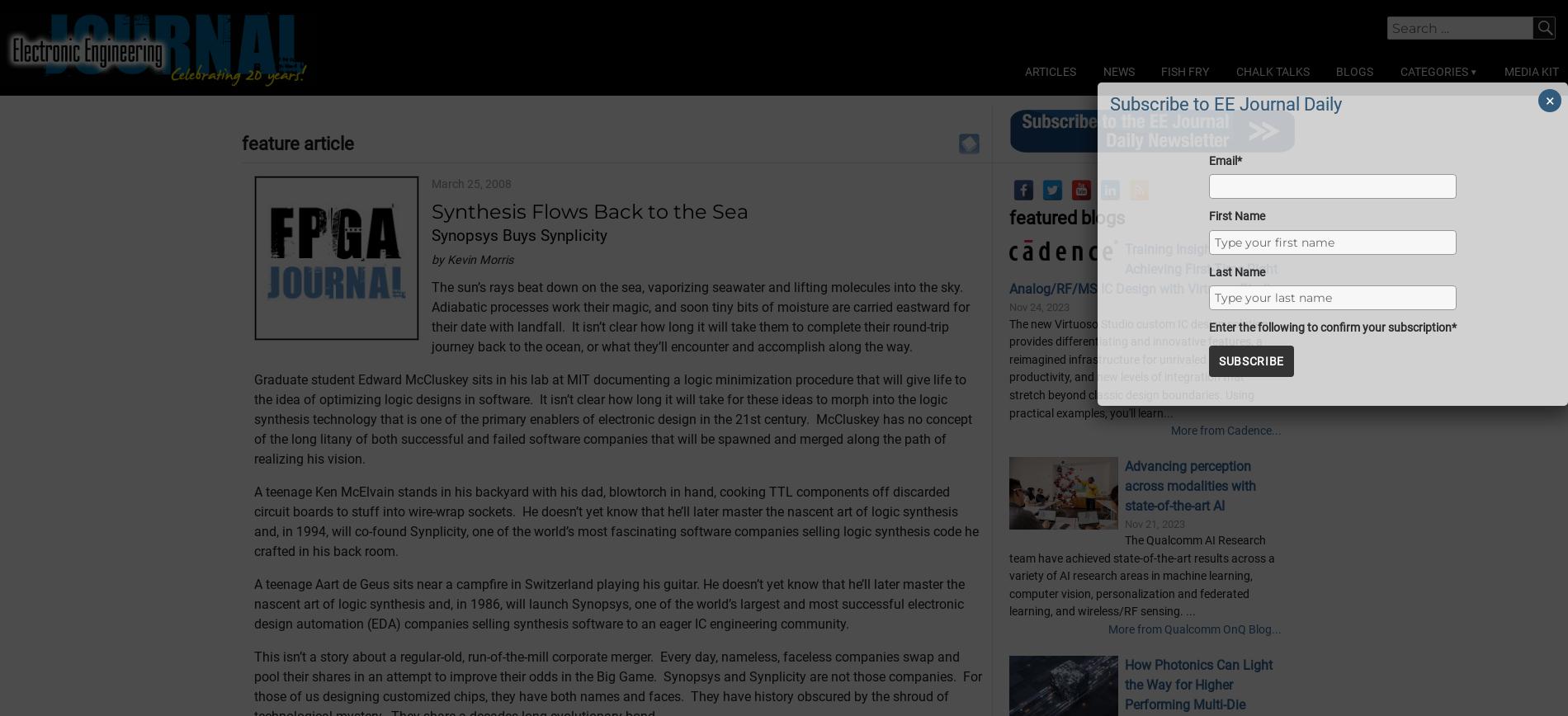  What do you see at coordinates (1226, 513) in the screenshot?
I see `'More from Cadence...'` at bounding box center [1226, 513].